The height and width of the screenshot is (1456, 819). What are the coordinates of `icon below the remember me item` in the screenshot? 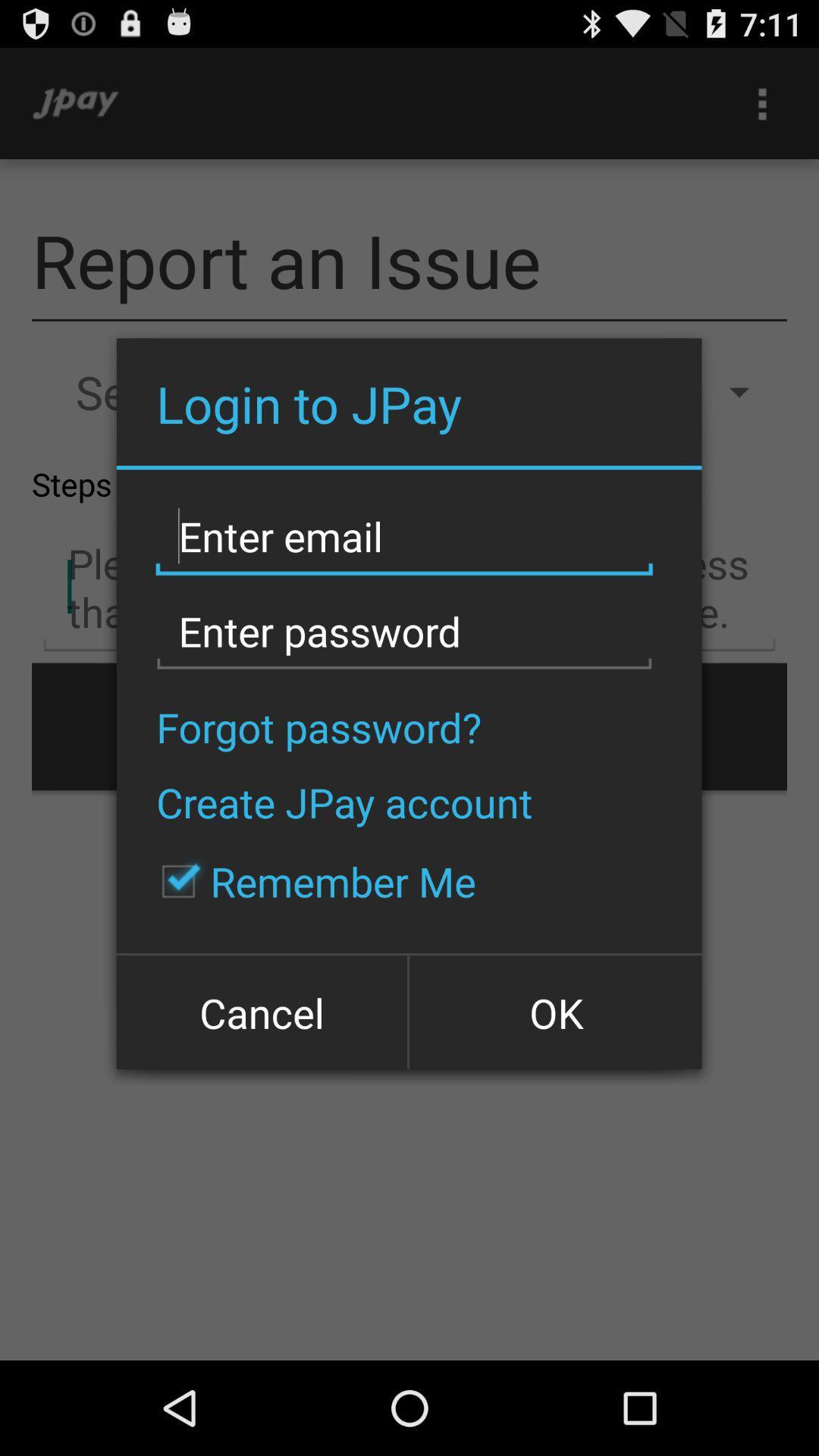 It's located at (554, 1011).